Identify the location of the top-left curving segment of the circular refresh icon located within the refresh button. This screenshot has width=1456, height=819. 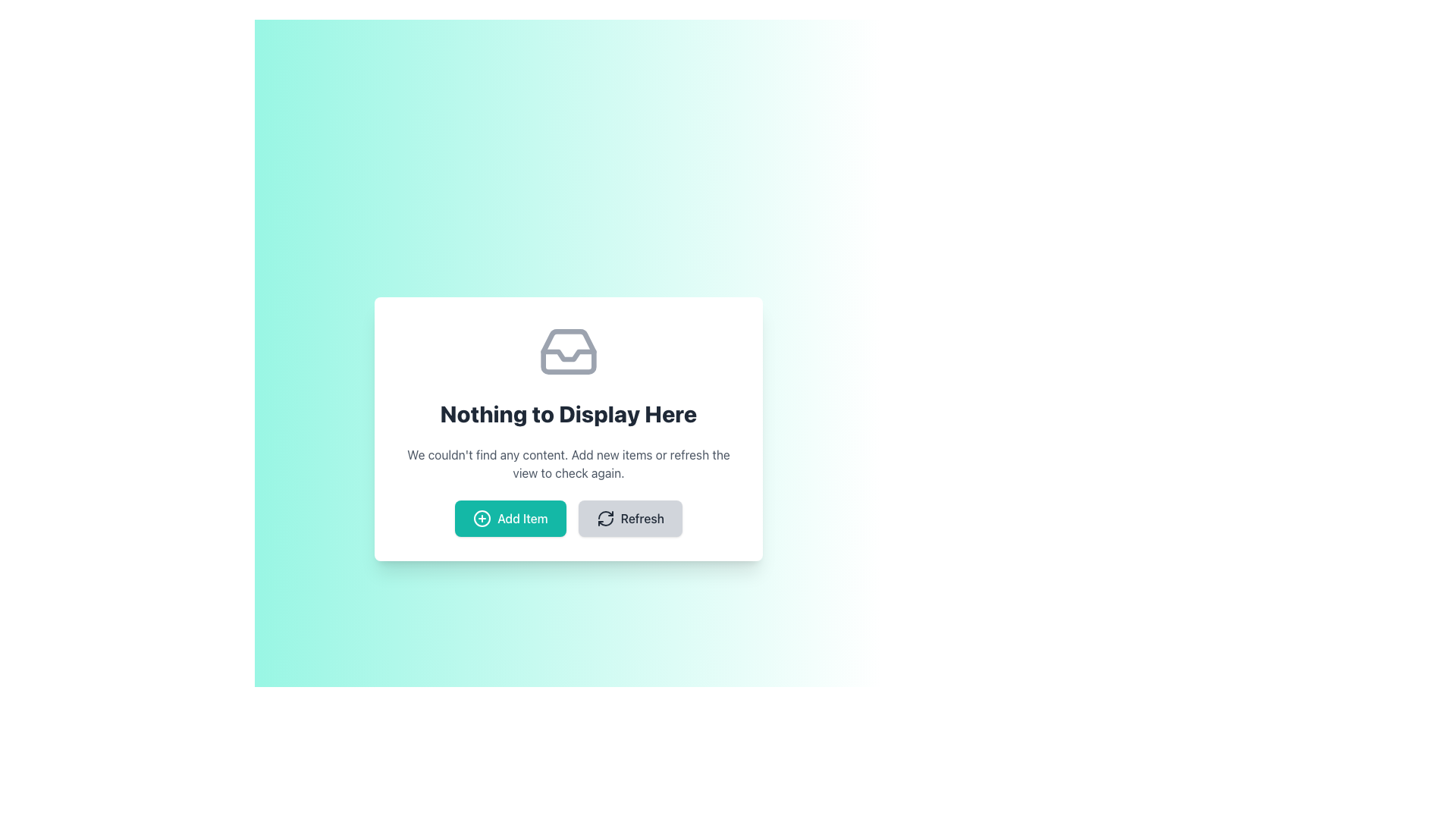
(604, 514).